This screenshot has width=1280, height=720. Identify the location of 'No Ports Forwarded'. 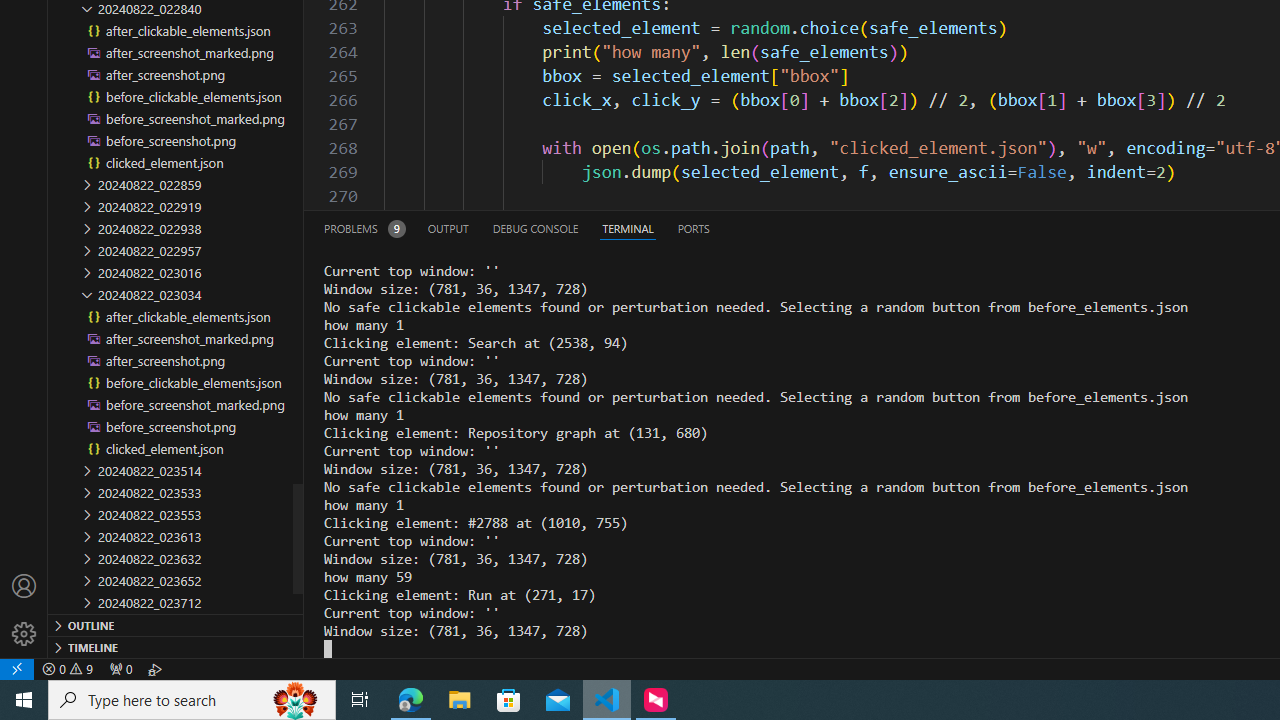
(119, 668).